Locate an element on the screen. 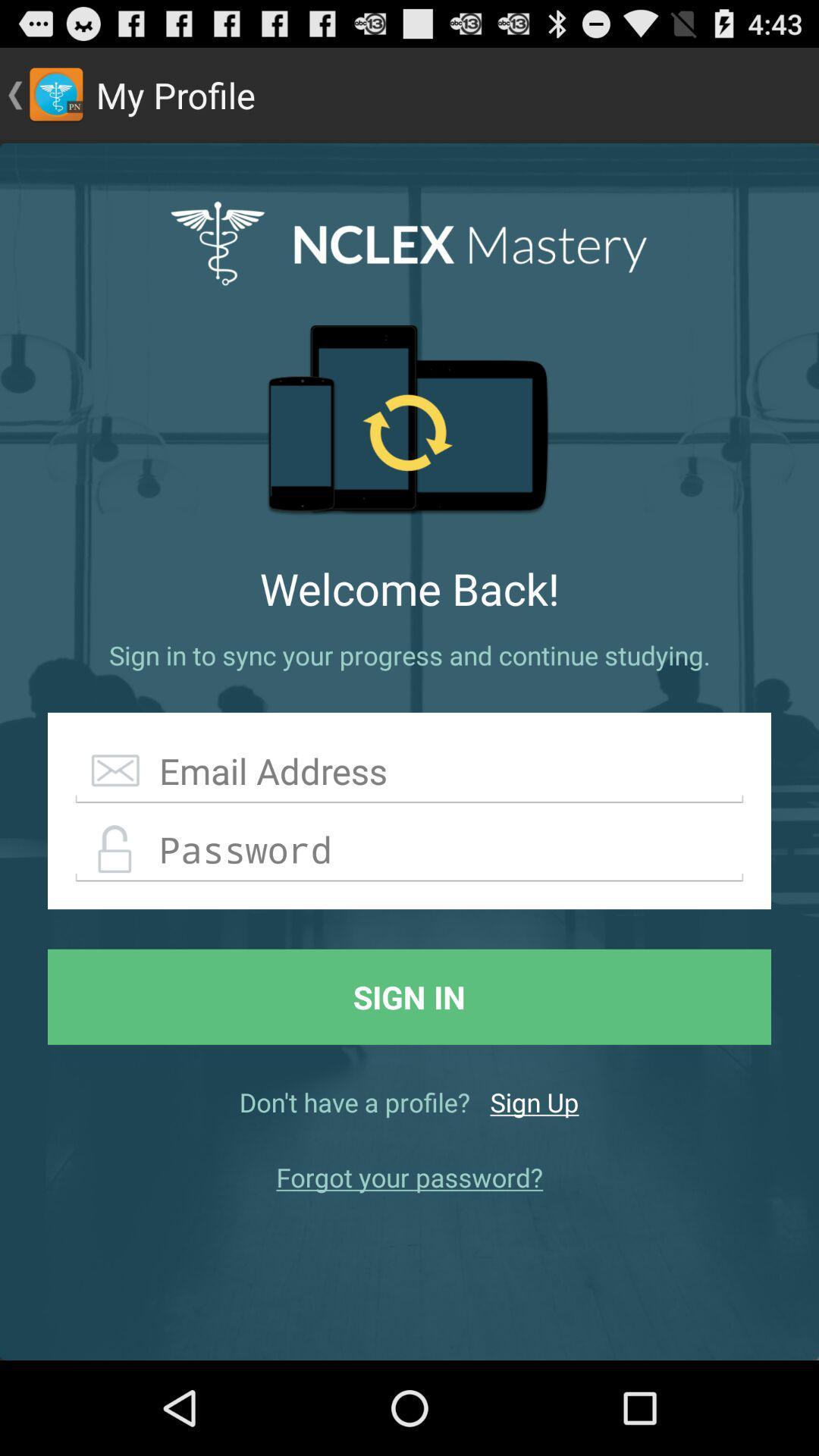 This screenshot has height=1456, width=819. icon below don t have app is located at coordinates (409, 1176).